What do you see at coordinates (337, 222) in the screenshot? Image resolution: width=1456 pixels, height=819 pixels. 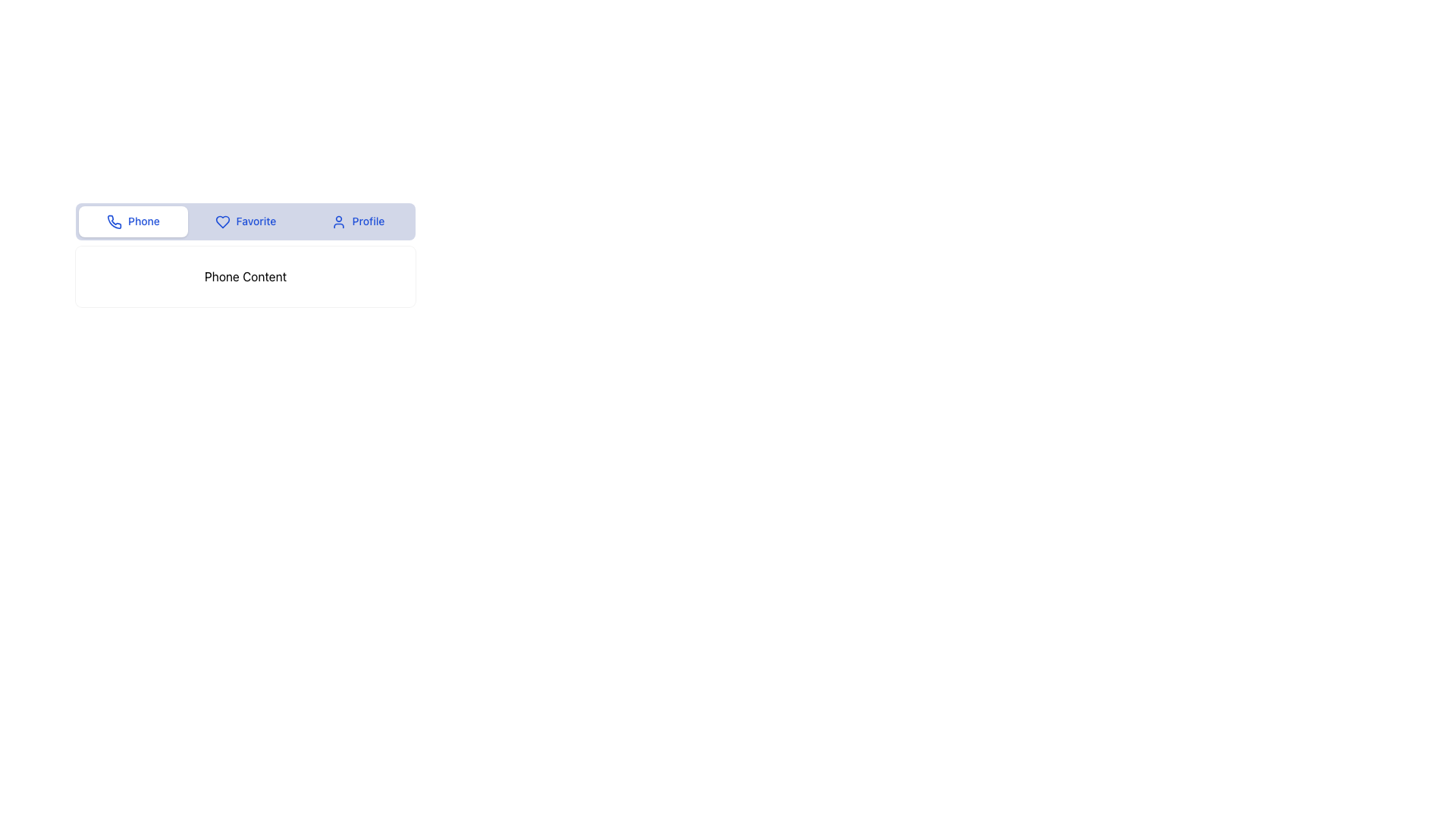 I see `the user icon in the Profile tab of the navigation bar, which is a minimalistic outline style circular SVG element colored white and blue, located before the 'Profile' label` at bounding box center [337, 222].